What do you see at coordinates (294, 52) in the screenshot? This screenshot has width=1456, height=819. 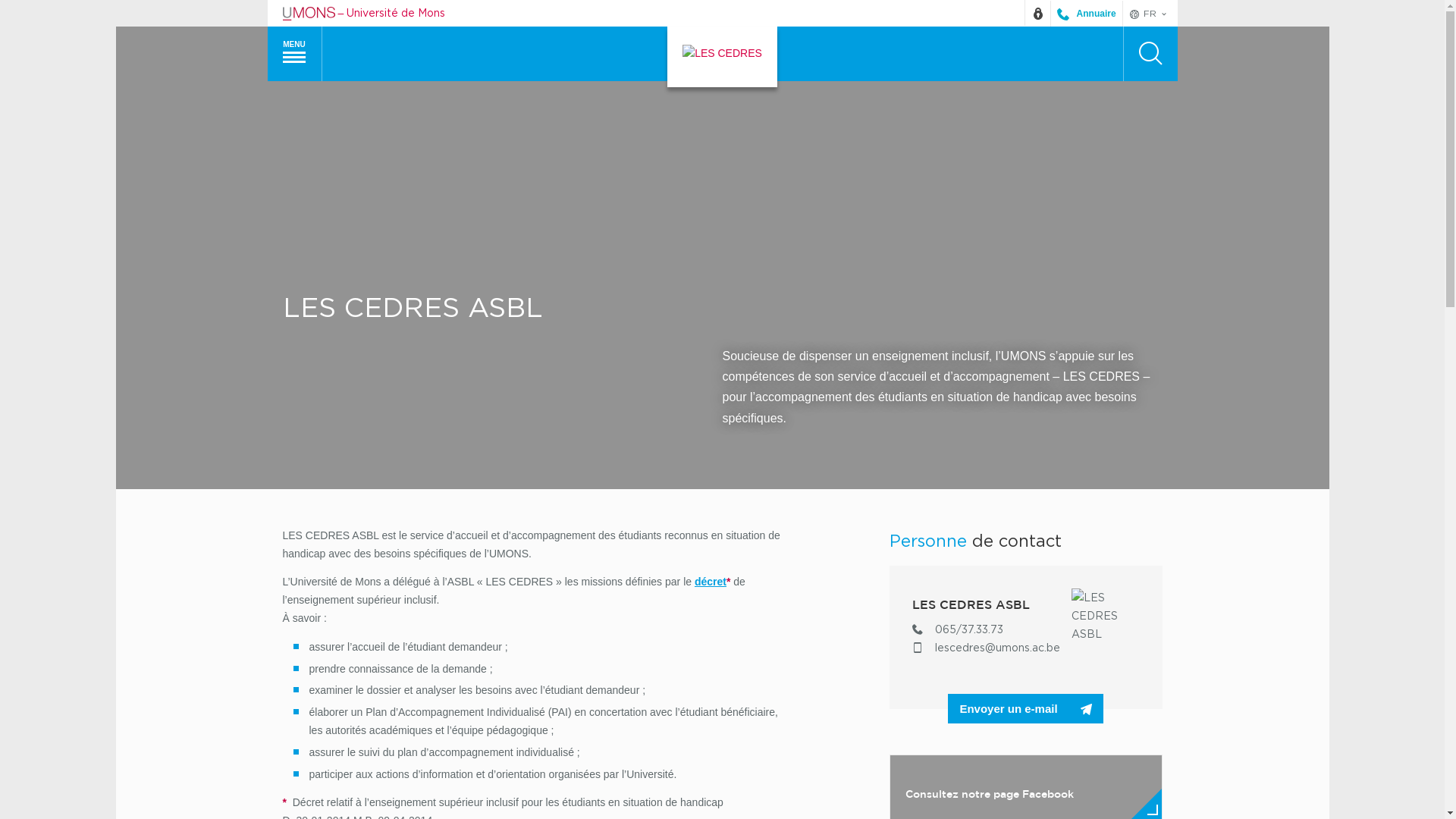 I see `'MENU'` at bounding box center [294, 52].